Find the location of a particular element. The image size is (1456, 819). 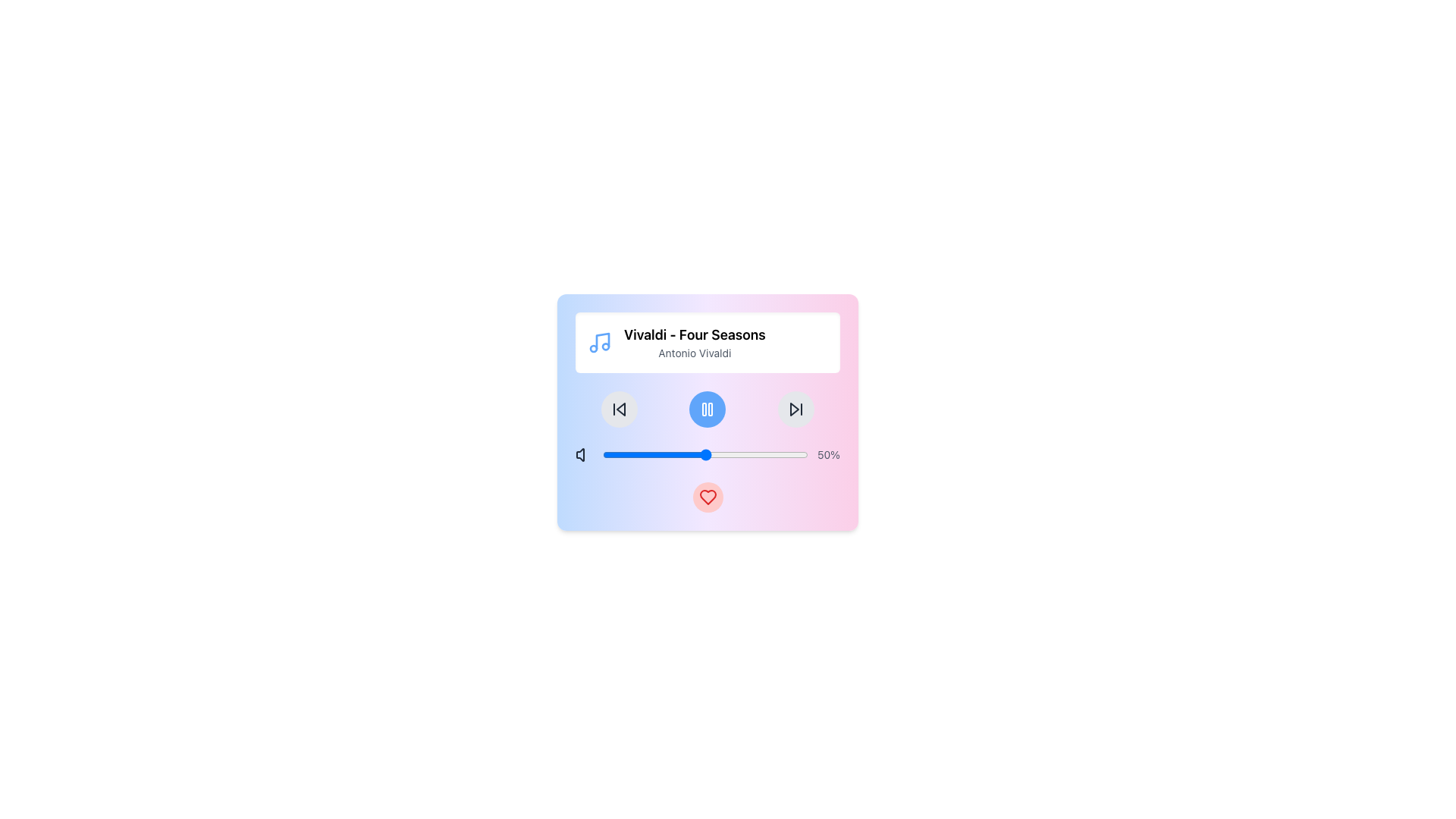

the circular blue button with a white pause icon is located at coordinates (707, 409).